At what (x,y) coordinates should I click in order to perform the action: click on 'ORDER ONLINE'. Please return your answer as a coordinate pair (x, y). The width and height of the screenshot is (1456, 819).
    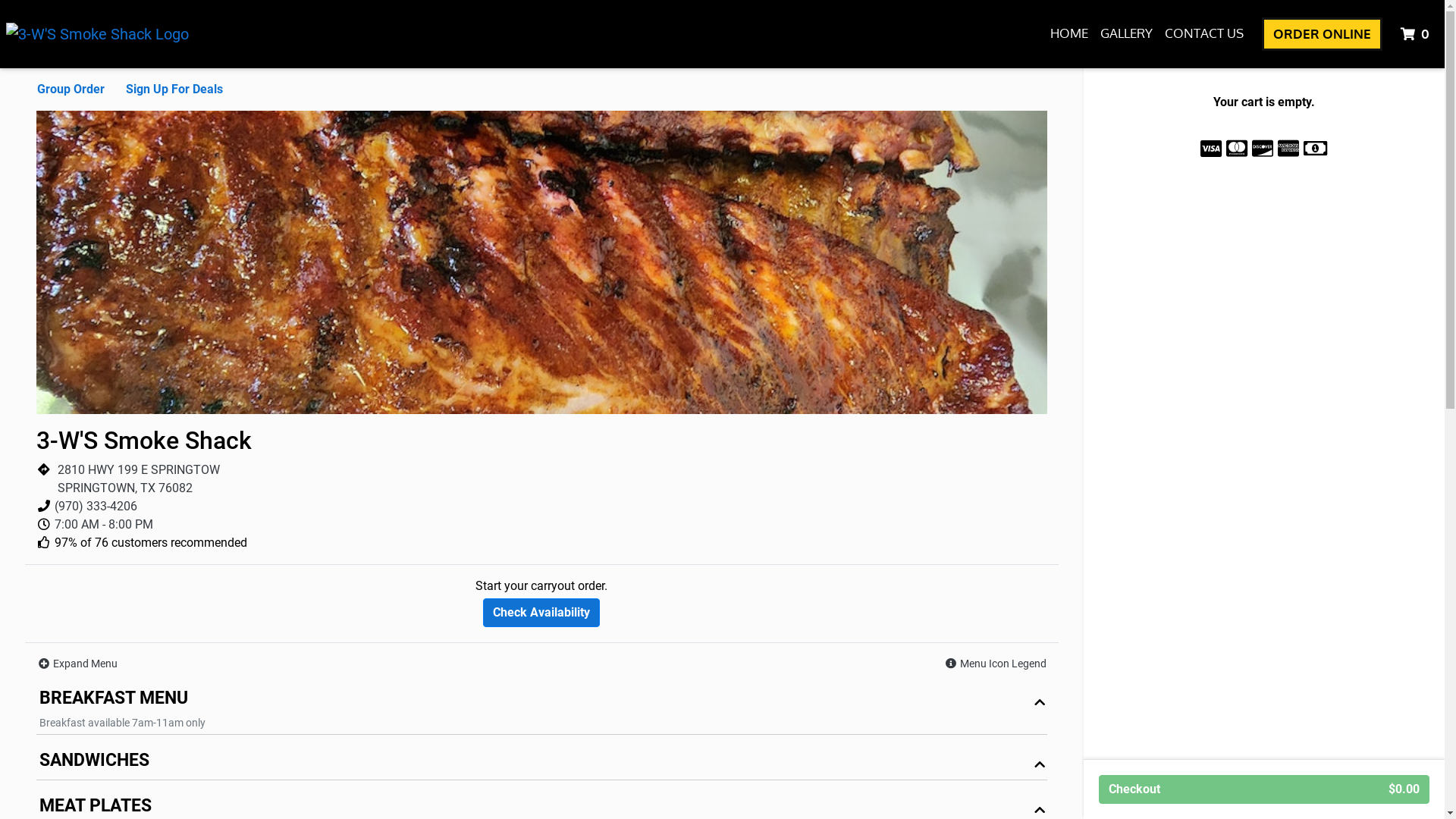
    Looking at the image, I should click on (1321, 34).